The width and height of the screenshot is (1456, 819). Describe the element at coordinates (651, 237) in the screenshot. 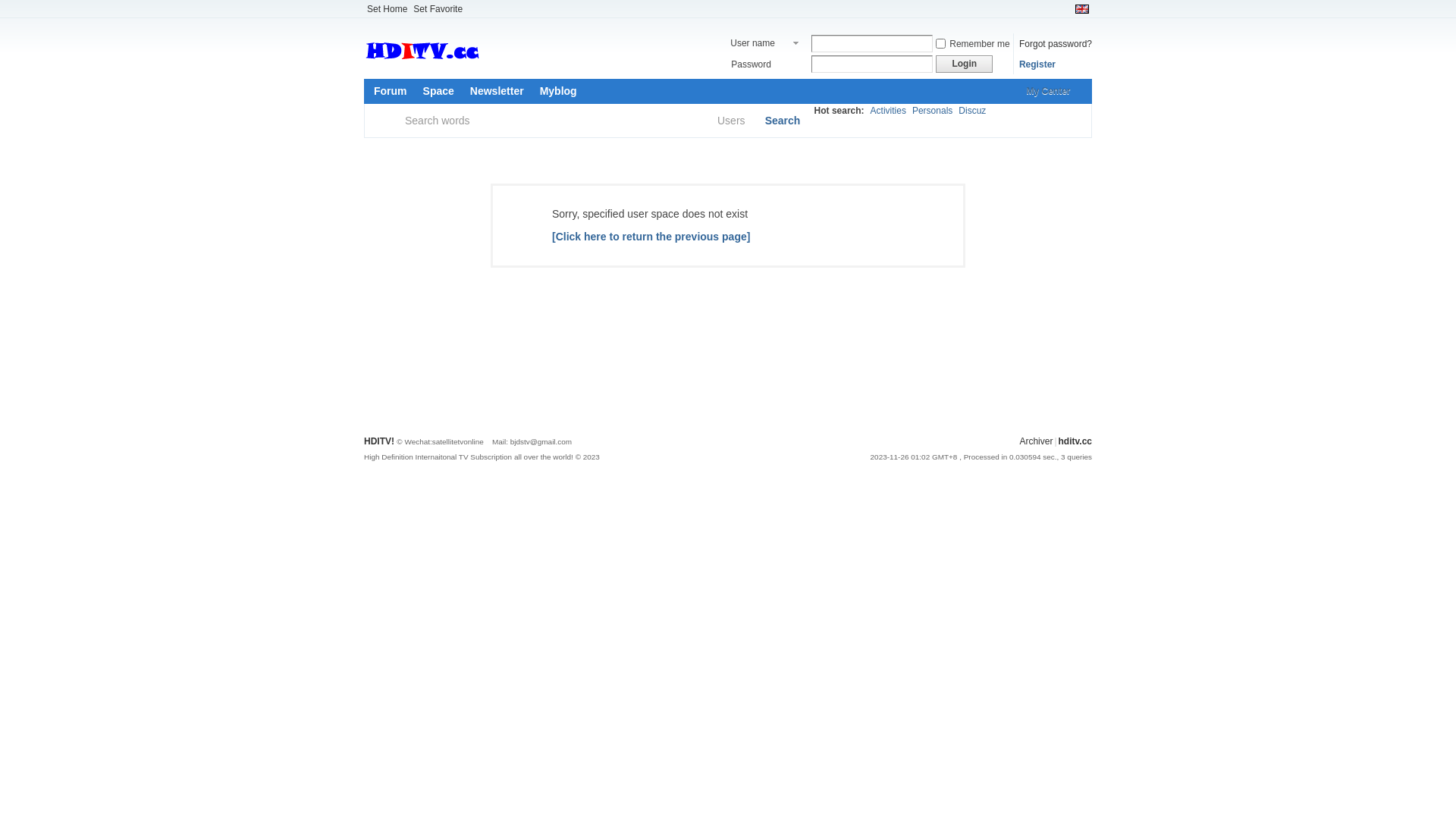

I see `'[Click here to return the previous page]'` at that location.